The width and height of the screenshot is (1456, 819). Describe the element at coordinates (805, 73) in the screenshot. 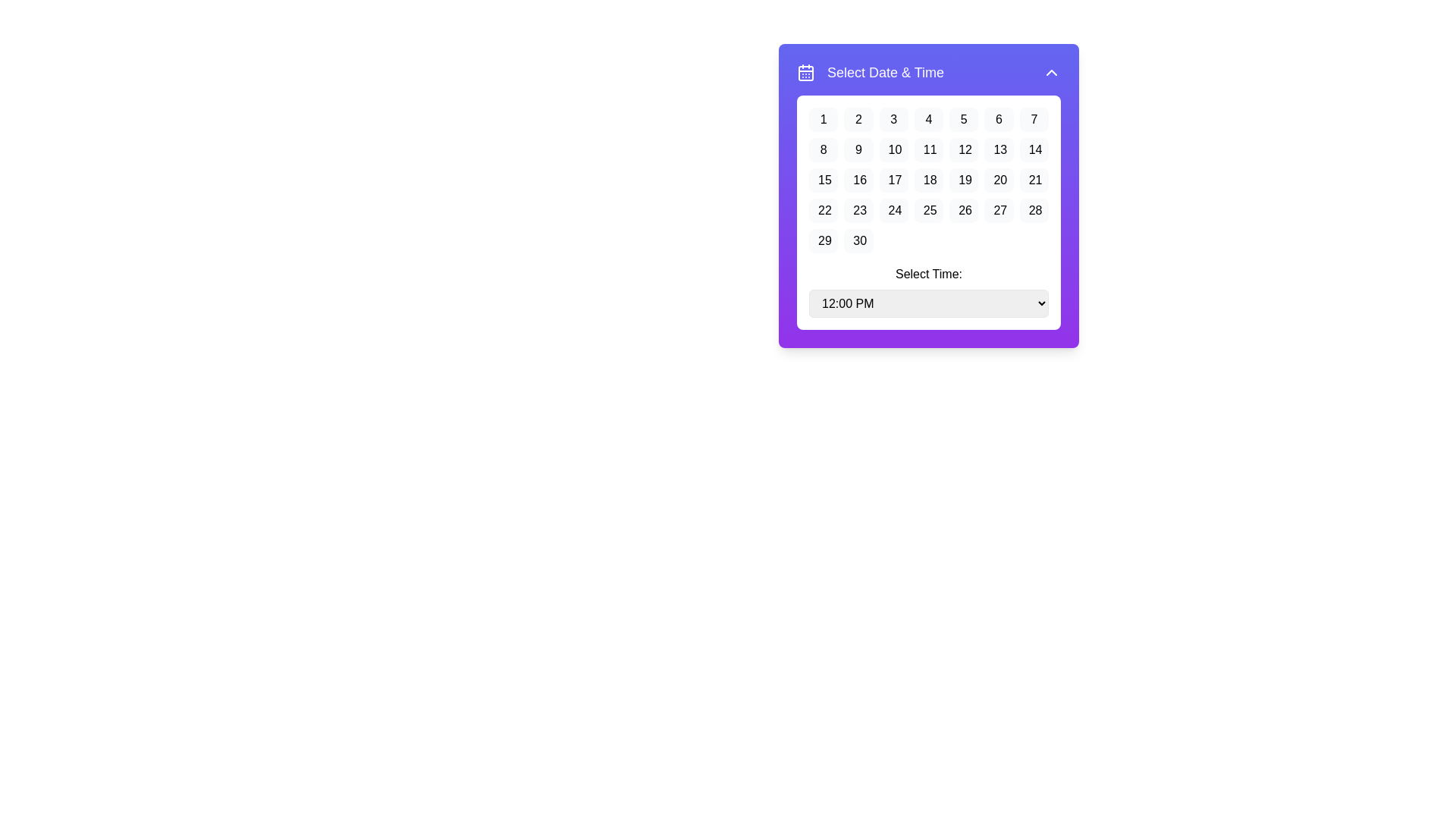

I see `the decorative rounded rectangle inside the purple and white calendar-like icon next to the 'Select Date & Time' text` at that location.